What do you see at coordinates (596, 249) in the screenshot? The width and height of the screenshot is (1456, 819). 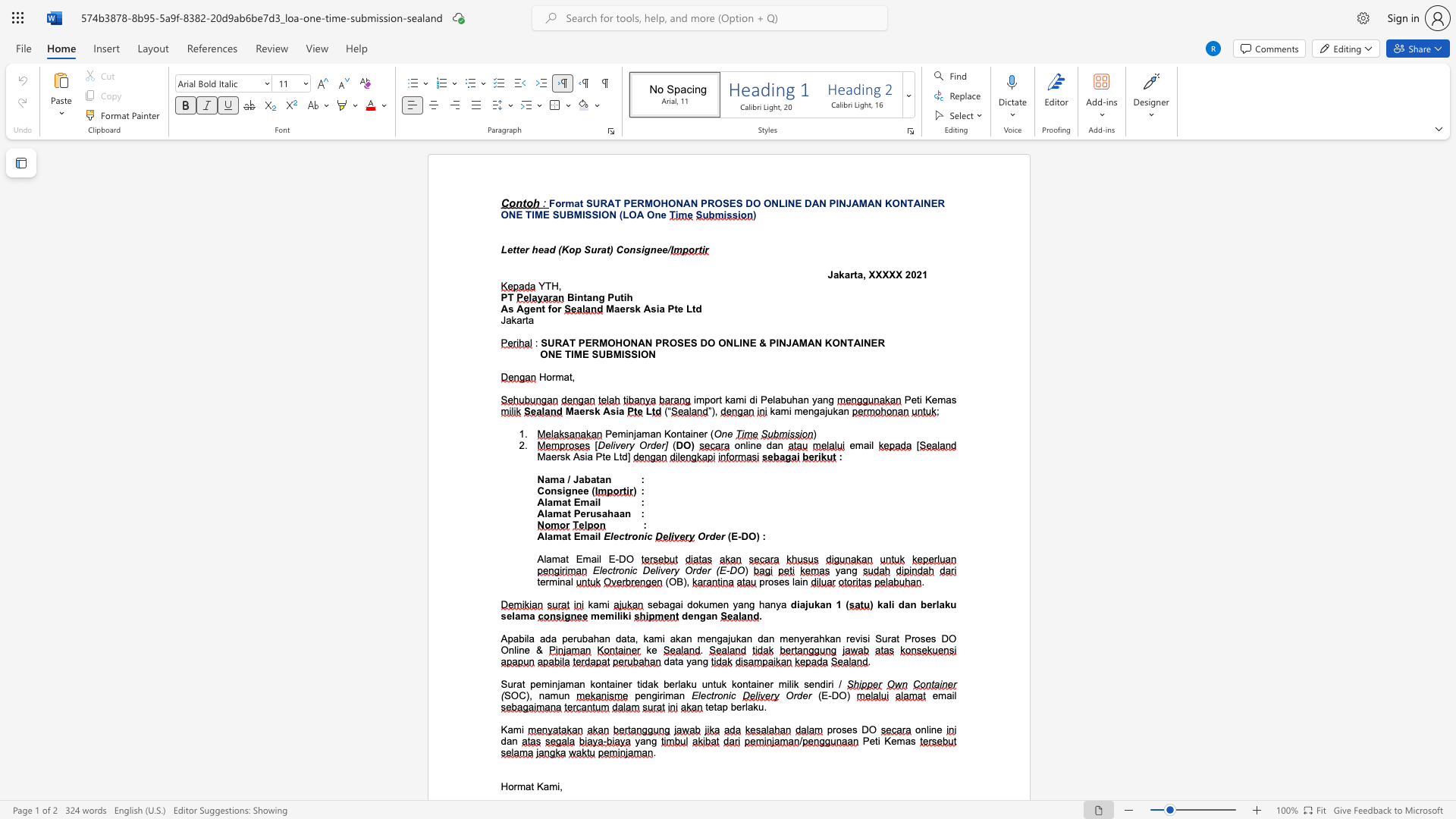 I see `the subset text "rat) Consignee/" within the text "Letter head (Kop Surat) Consignee/"` at bounding box center [596, 249].